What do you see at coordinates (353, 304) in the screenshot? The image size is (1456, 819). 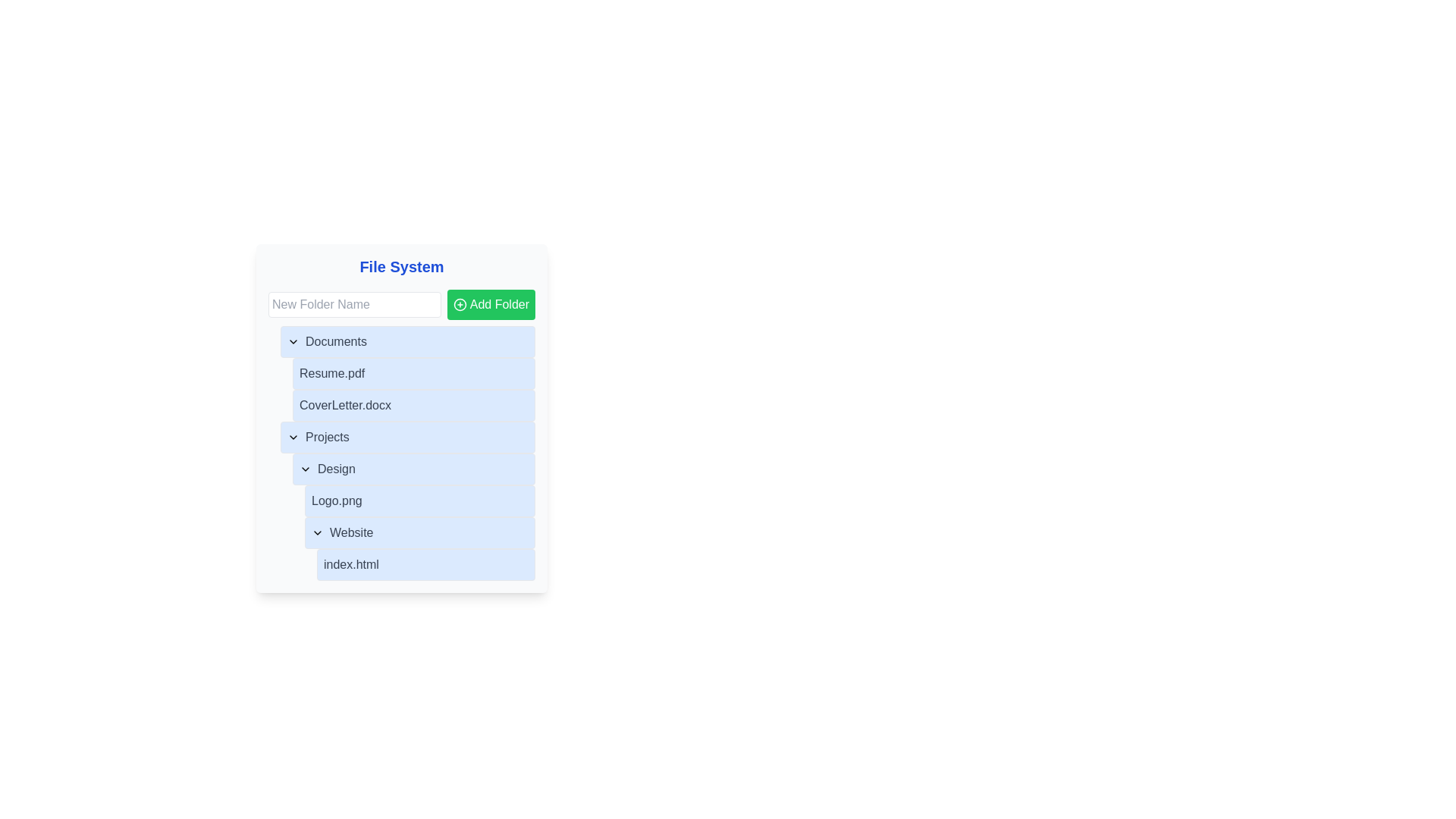 I see `the text input field labeled 'New Folder Name' to focus it, which is located under the 'File System' title and adjacent to the 'Add Folder' button` at bounding box center [353, 304].